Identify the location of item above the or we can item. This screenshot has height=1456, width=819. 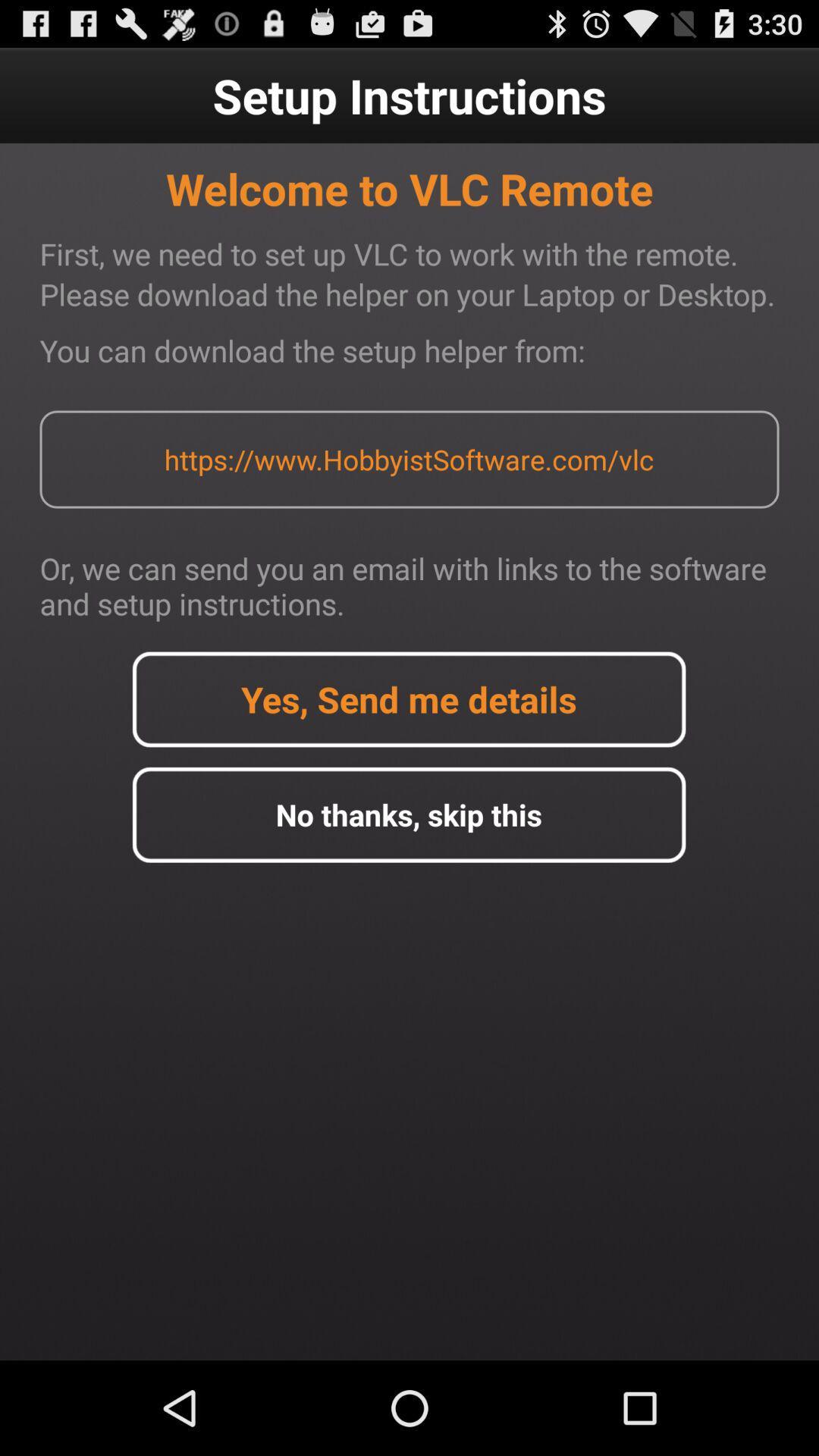
(408, 458).